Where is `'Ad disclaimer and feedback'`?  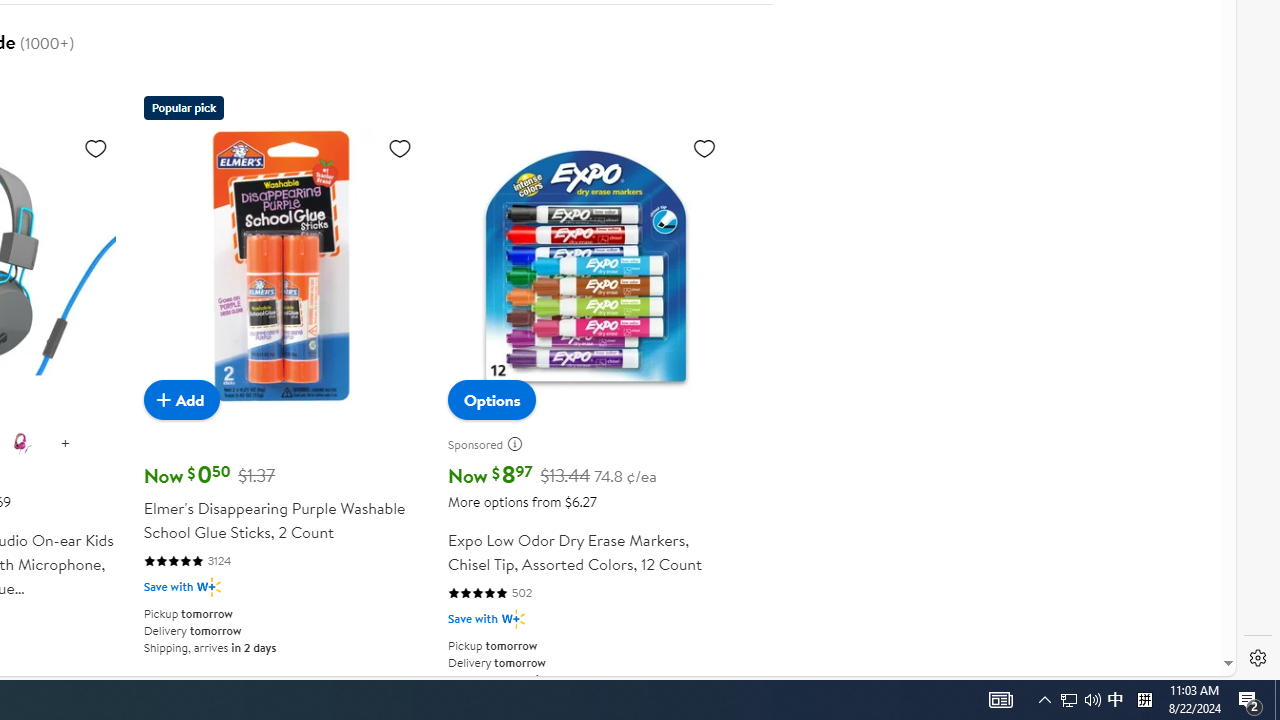
'Ad disclaimer and feedback' is located at coordinates (521, 443).